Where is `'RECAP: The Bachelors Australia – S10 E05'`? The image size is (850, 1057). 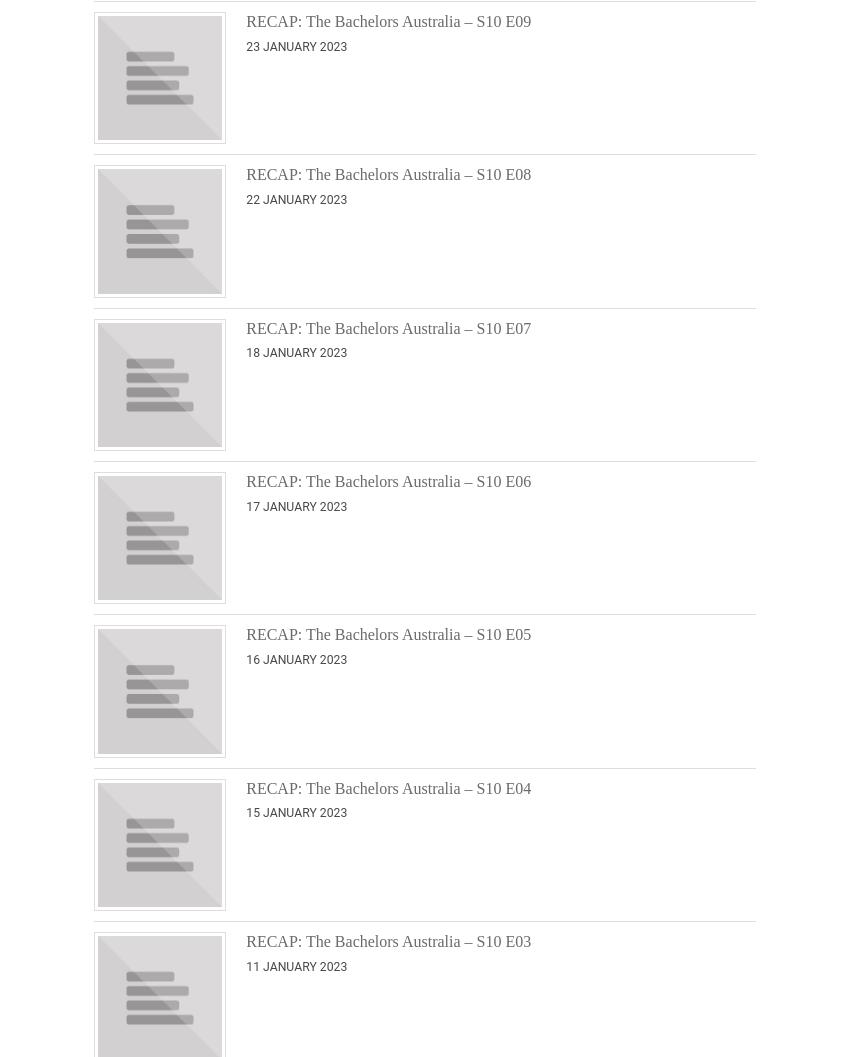 'RECAP: The Bachelors Australia – S10 E05' is located at coordinates (388, 634).